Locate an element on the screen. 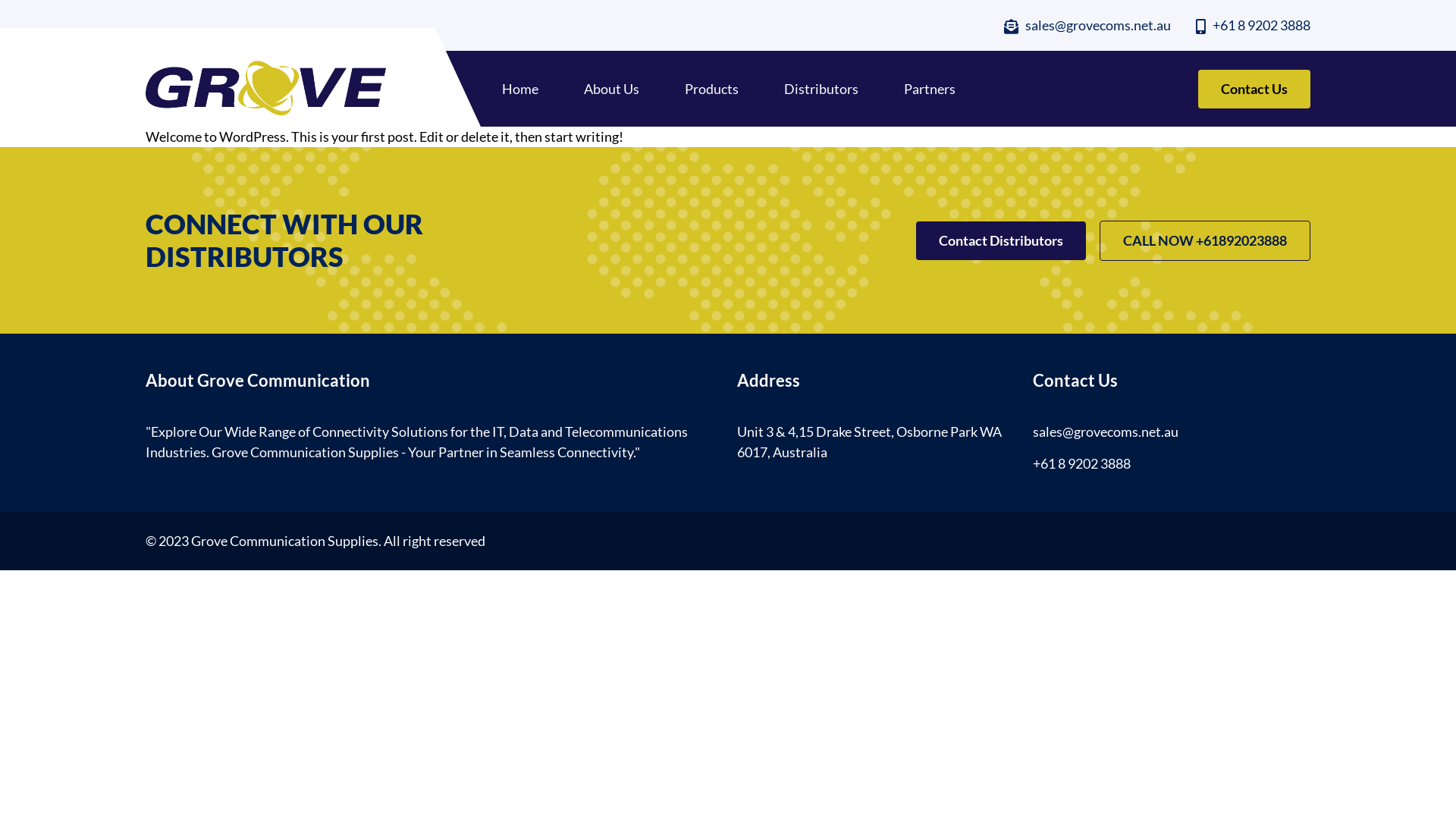  'Distributors' is located at coordinates (821, 88).